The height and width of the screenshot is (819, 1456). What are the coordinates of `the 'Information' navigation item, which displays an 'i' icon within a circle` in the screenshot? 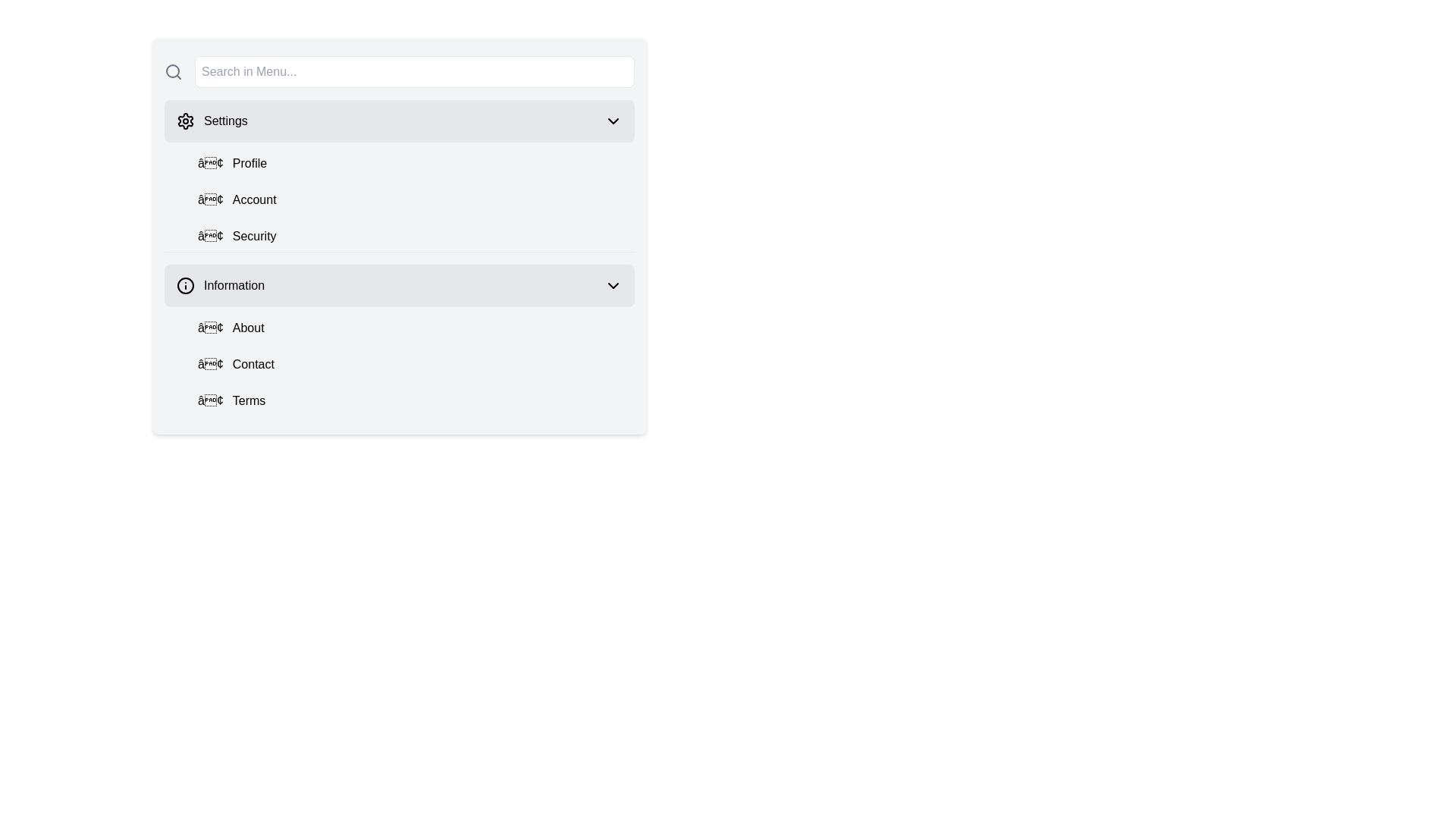 It's located at (220, 286).